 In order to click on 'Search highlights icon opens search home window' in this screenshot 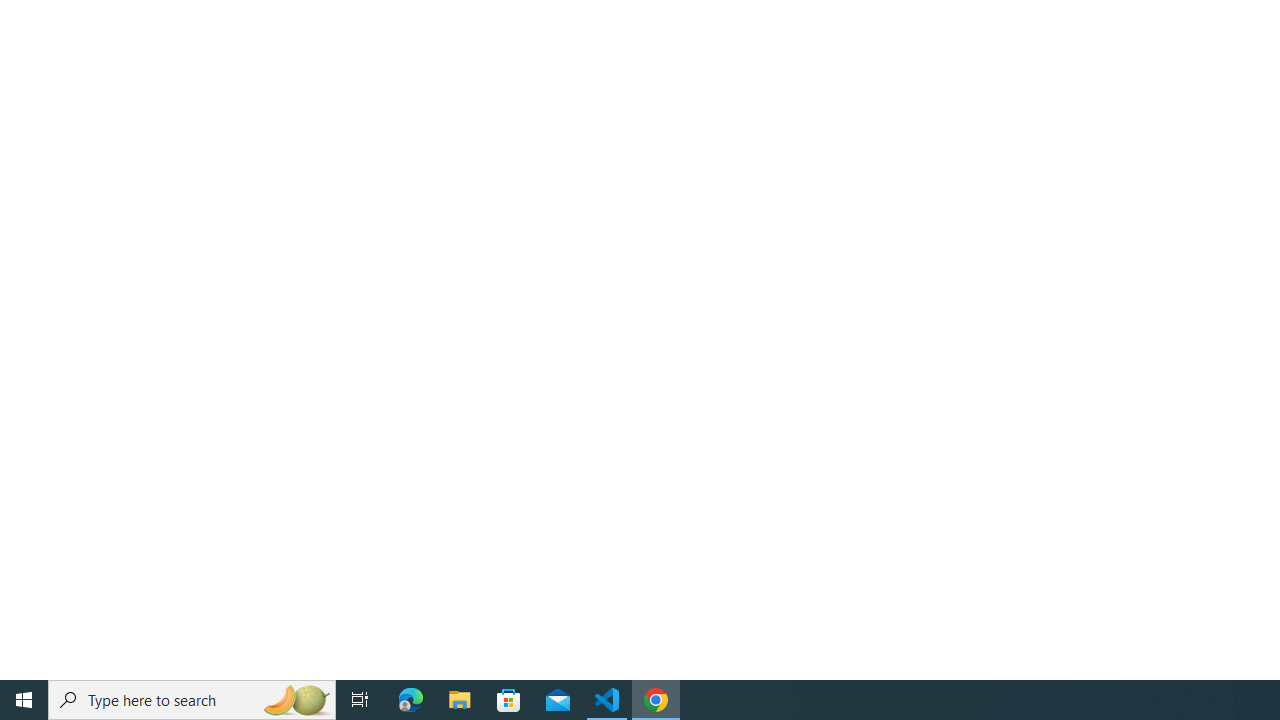, I will do `click(294, 698)`.